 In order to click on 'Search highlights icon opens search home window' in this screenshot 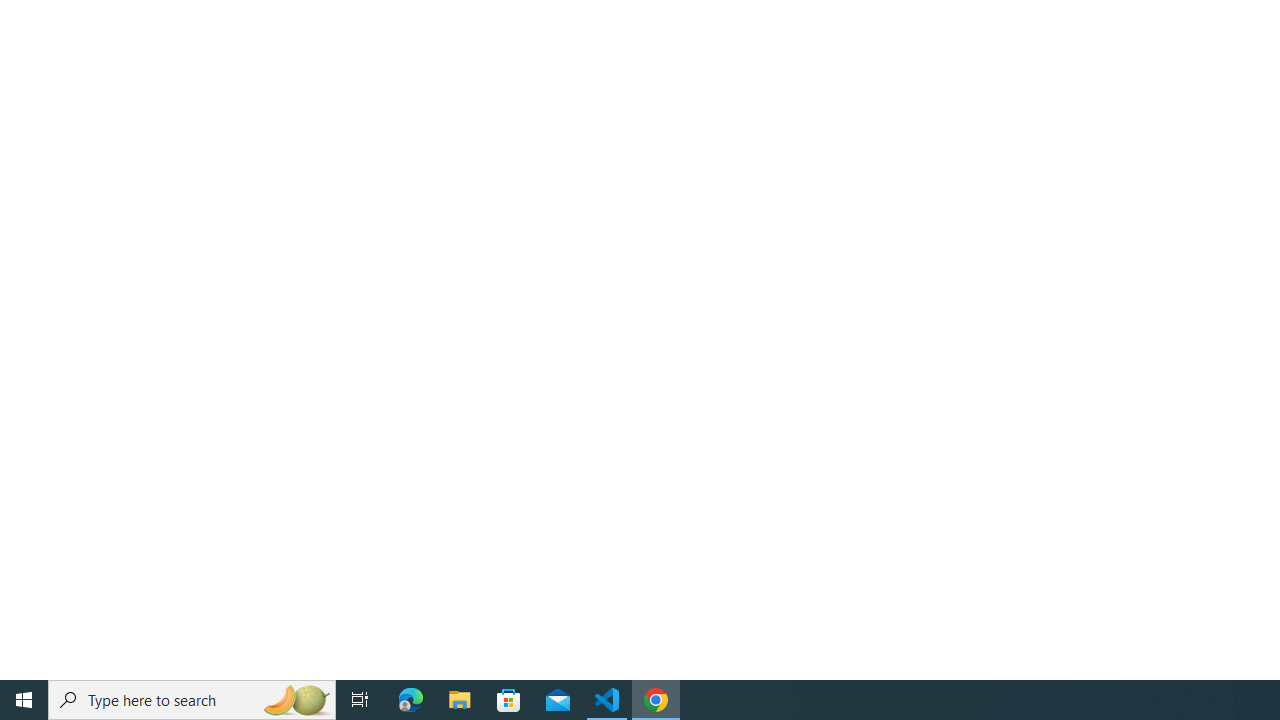, I will do `click(294, 698)`.